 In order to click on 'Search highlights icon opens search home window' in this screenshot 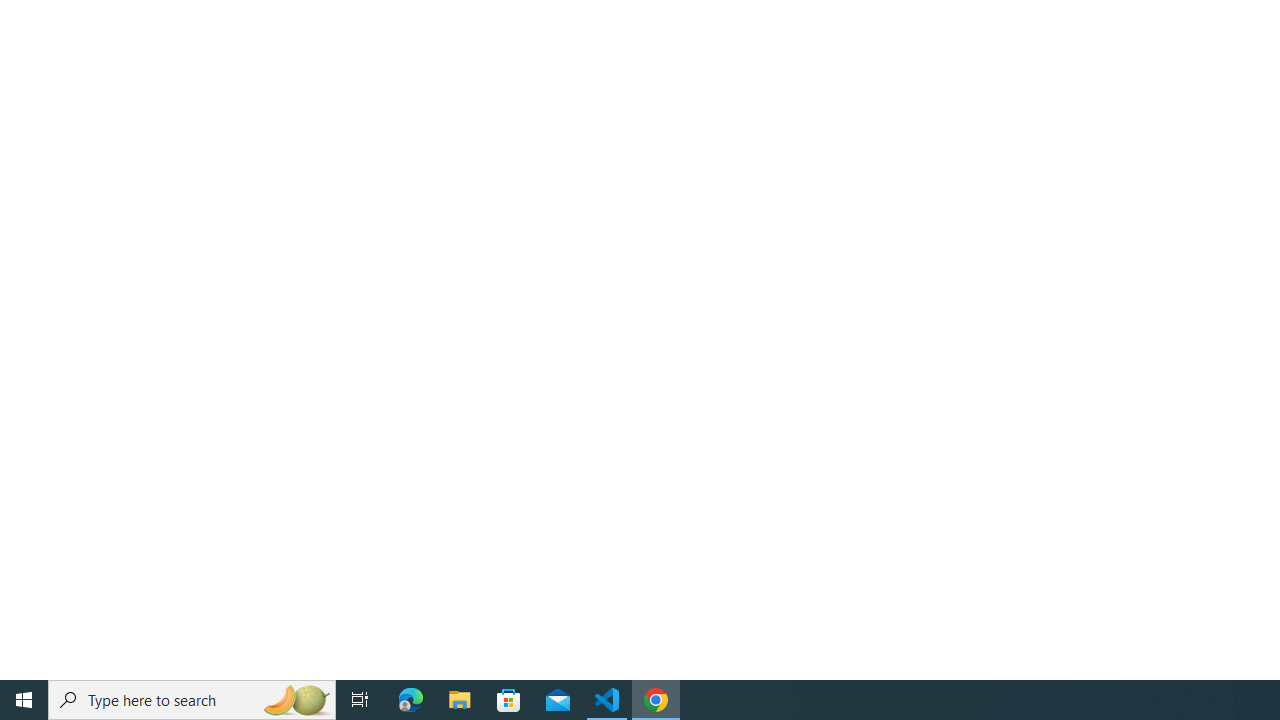, I will do `click(294, 698)`.